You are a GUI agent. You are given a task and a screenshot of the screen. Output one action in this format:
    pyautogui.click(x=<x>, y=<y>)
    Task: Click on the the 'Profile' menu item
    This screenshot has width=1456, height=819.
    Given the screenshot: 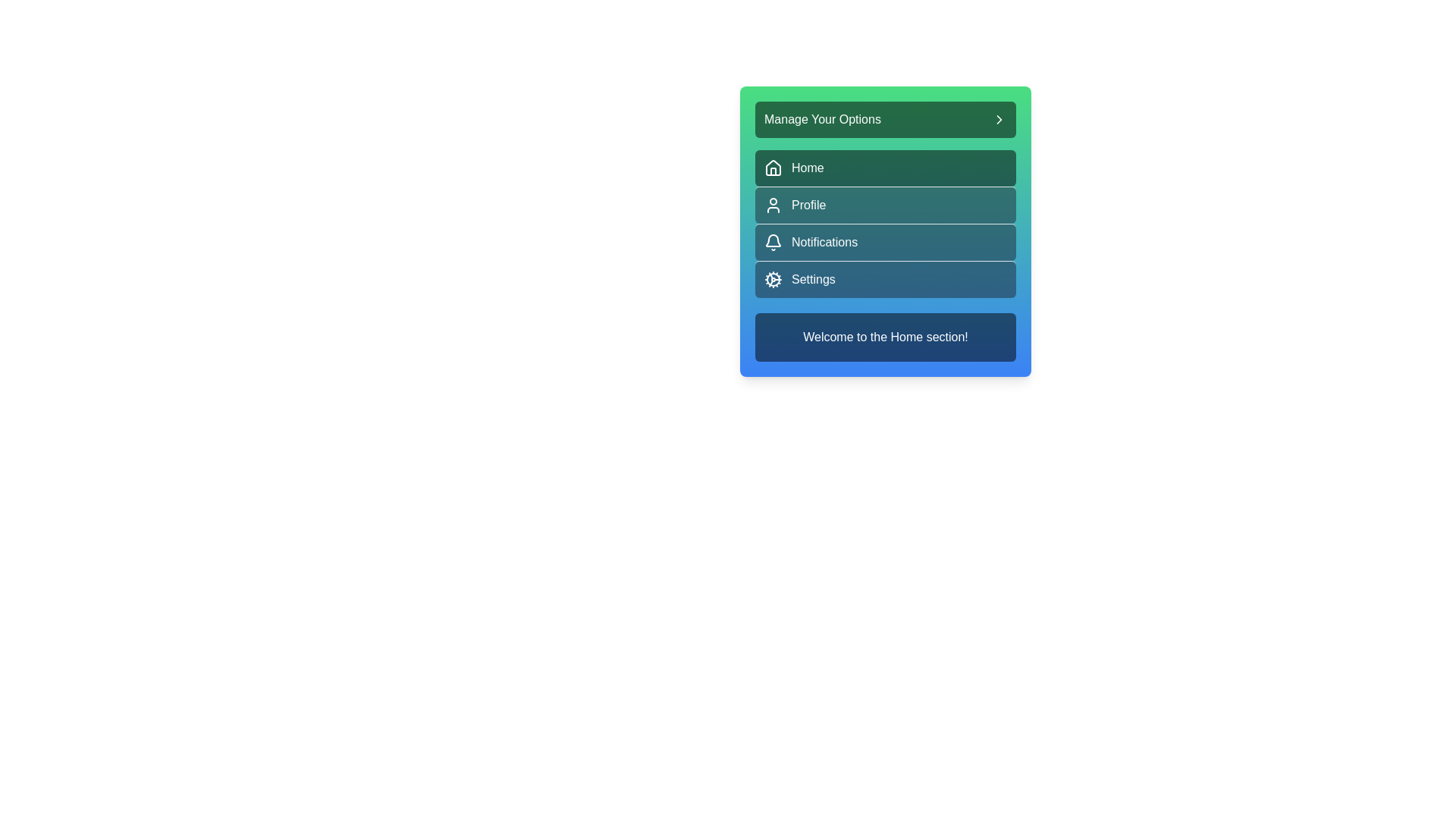 What is the action you would take?
    pyautogui.click(x=885, y=205)
    